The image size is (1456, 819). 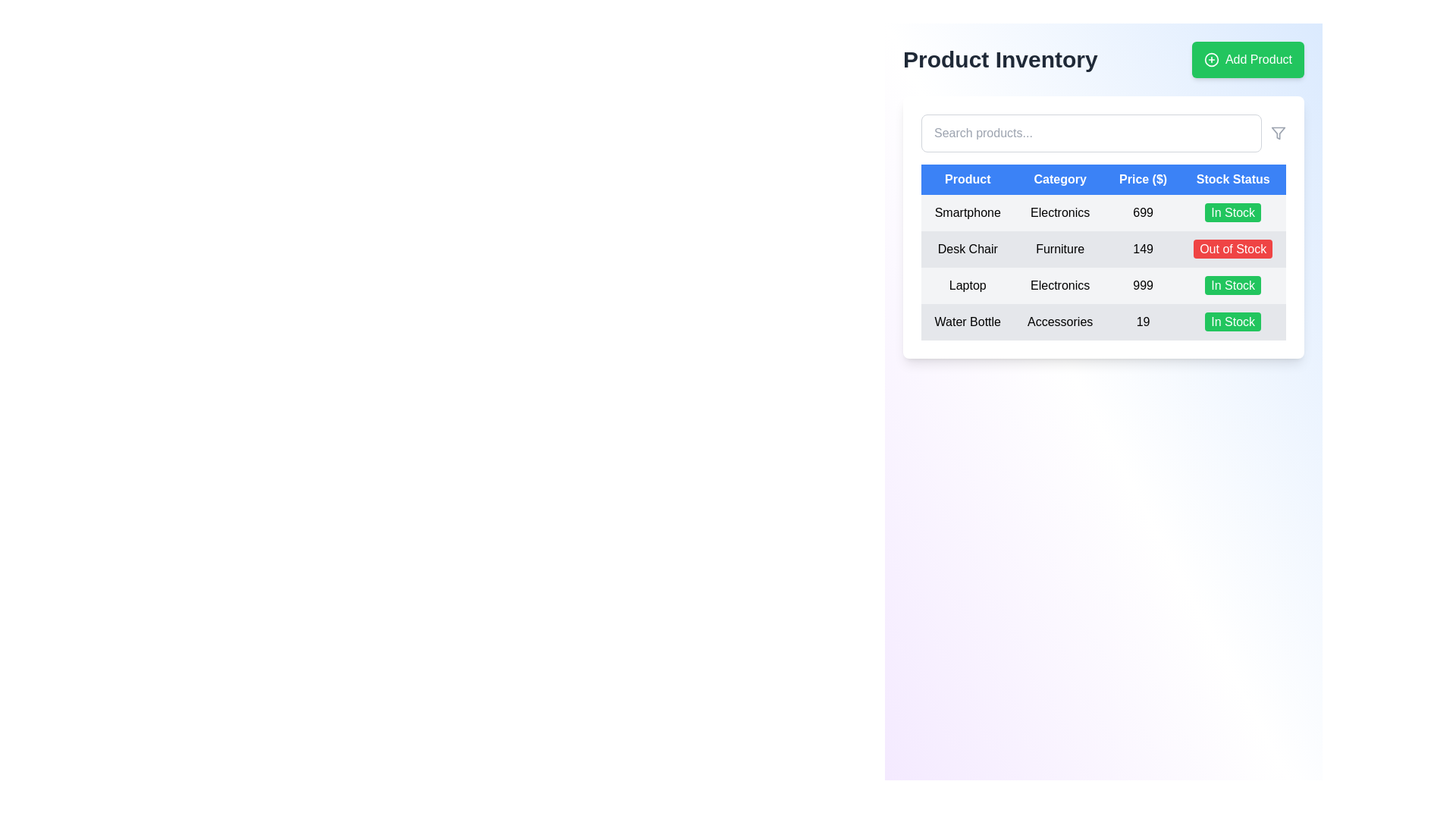 What do you see at coordinates (1277, 133) in the screenshot?
I see `the small gray funnel icon located to the right of the search input box in the 'Product Inventory' section` at bounding box center [1277, 133].